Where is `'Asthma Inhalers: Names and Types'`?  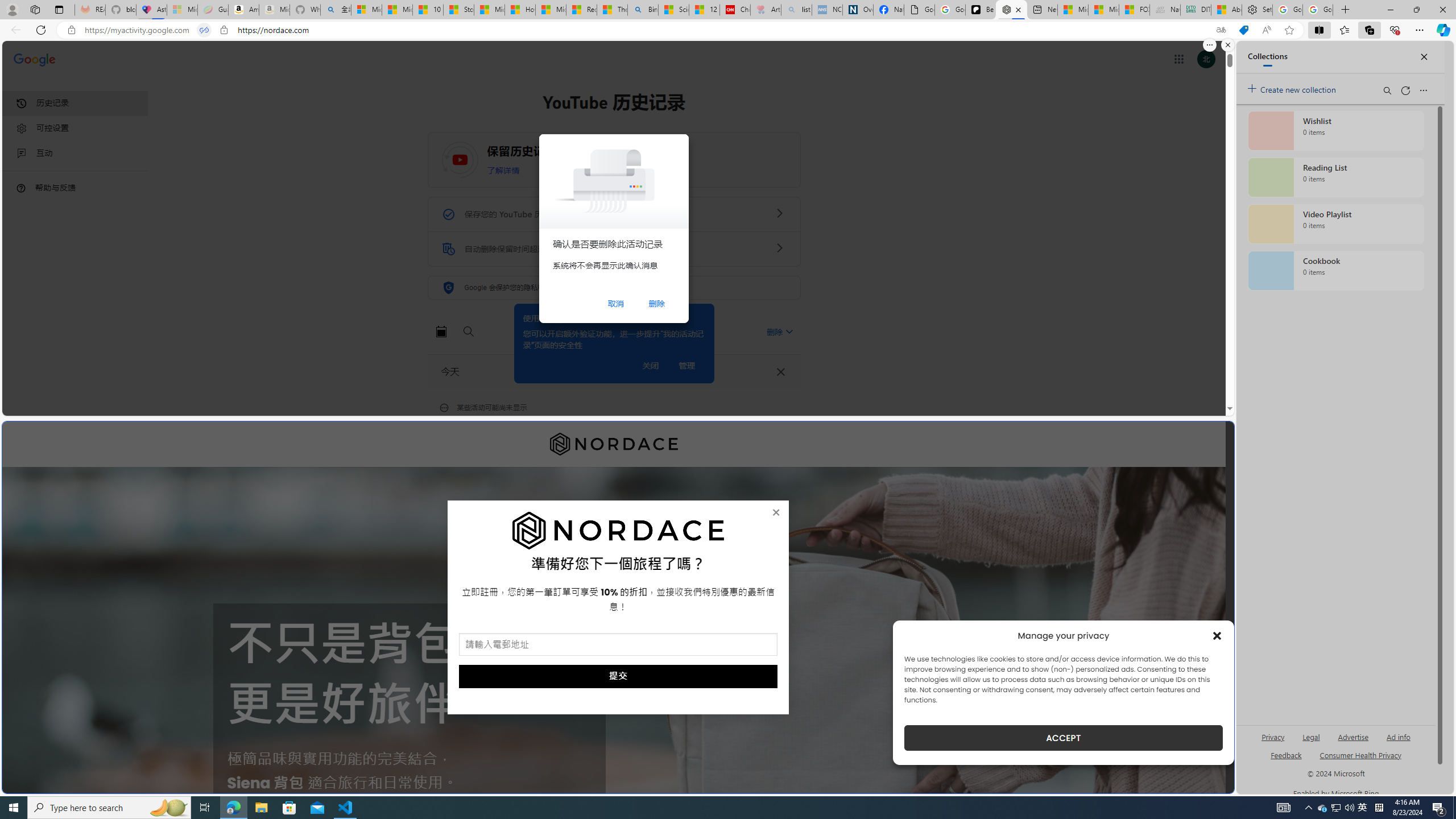
'Asthma Inhalers: Names and Types' is located at coordinates (151, 9).